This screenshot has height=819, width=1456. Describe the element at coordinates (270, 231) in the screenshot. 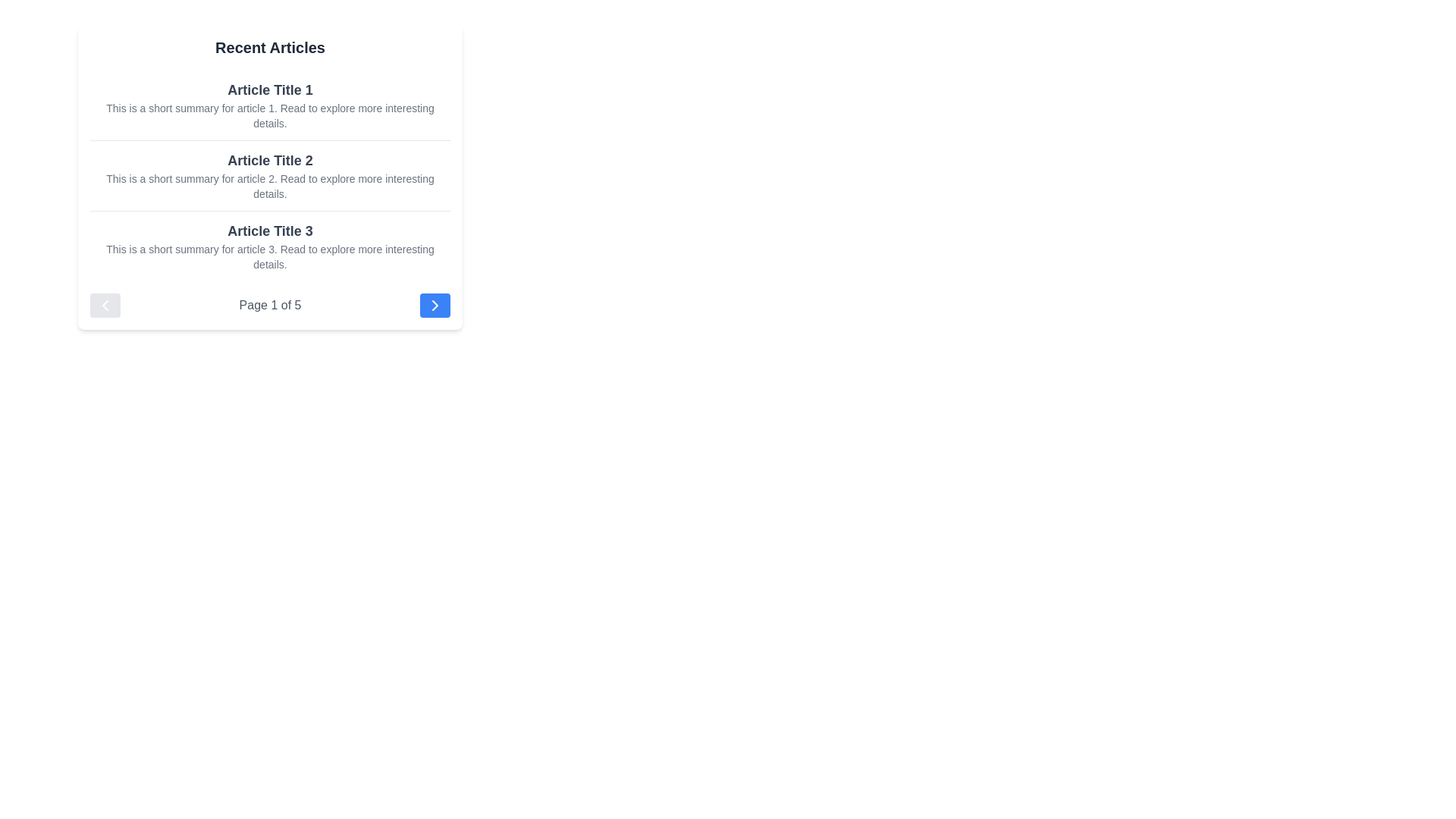

I see `title of the third article displayed in the list, which is the text label located centrally below 'Article Title 2'` at that location.